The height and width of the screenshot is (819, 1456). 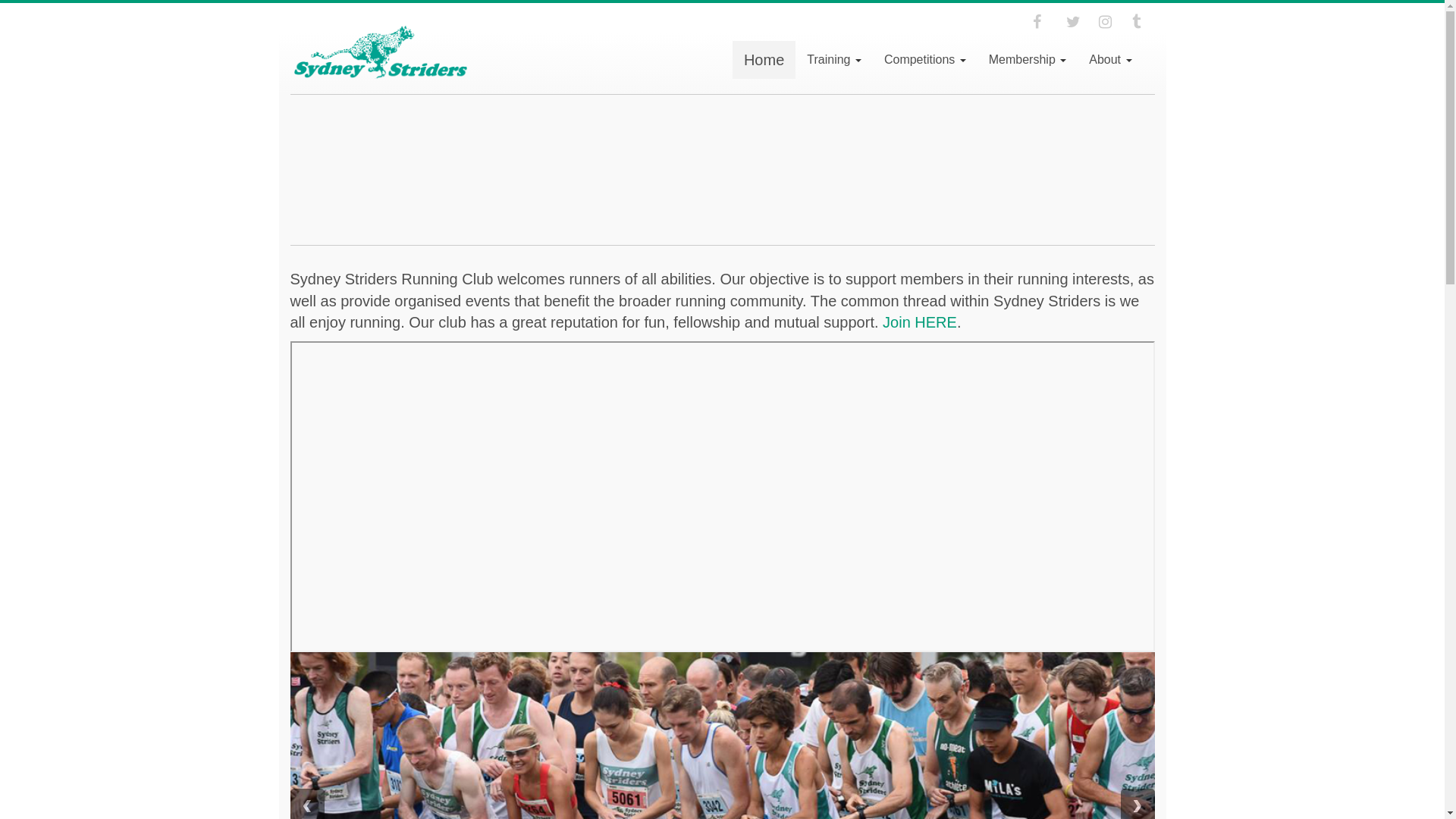 I want to click on 'Training', so click(x=833, y=58).